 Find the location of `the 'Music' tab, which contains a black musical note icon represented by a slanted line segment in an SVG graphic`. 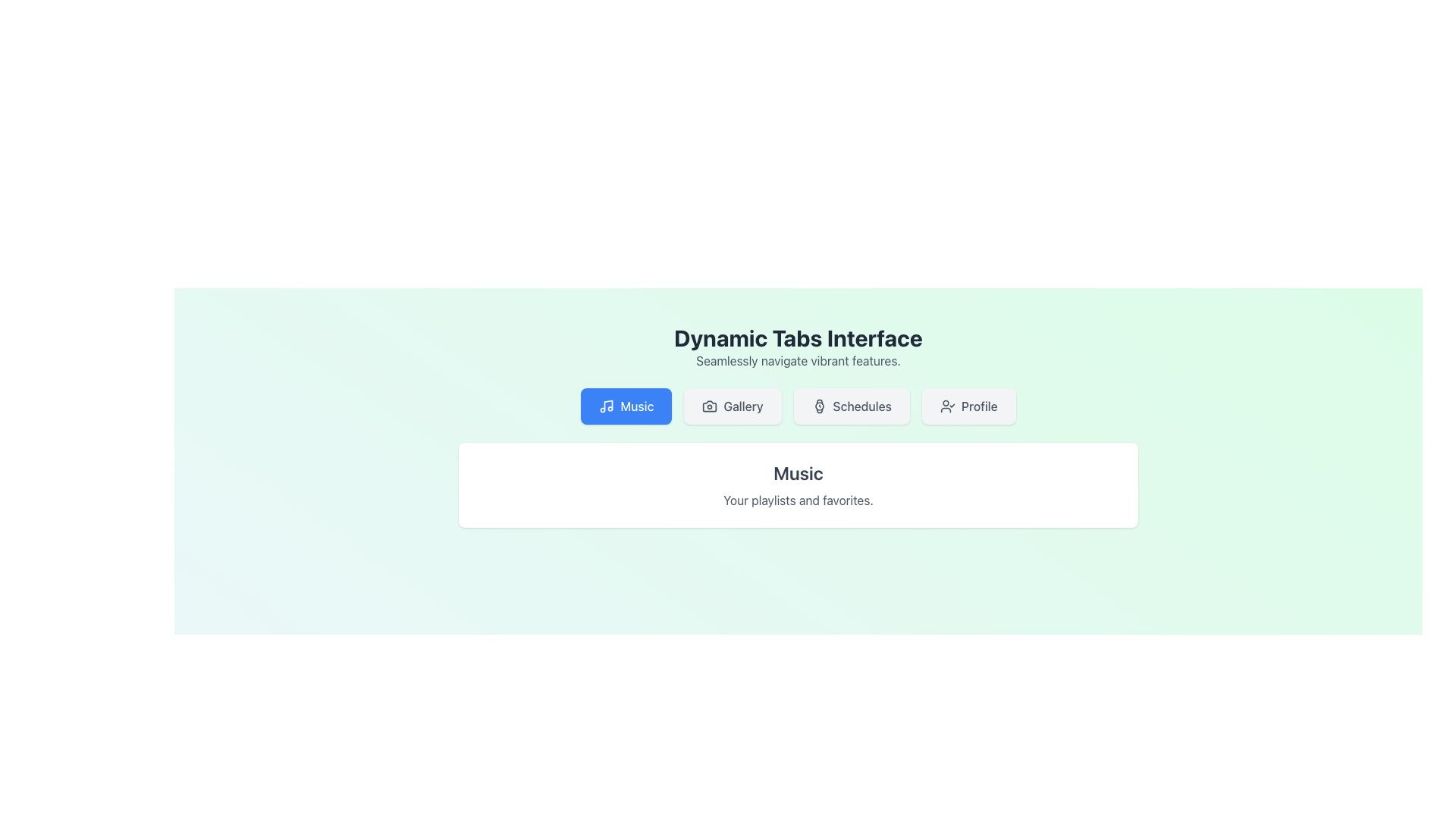

the 'Music' tab, which contains a black musical note icon represented by a slanted line segment in an SVG graphic is located at coordinates (608, 404).